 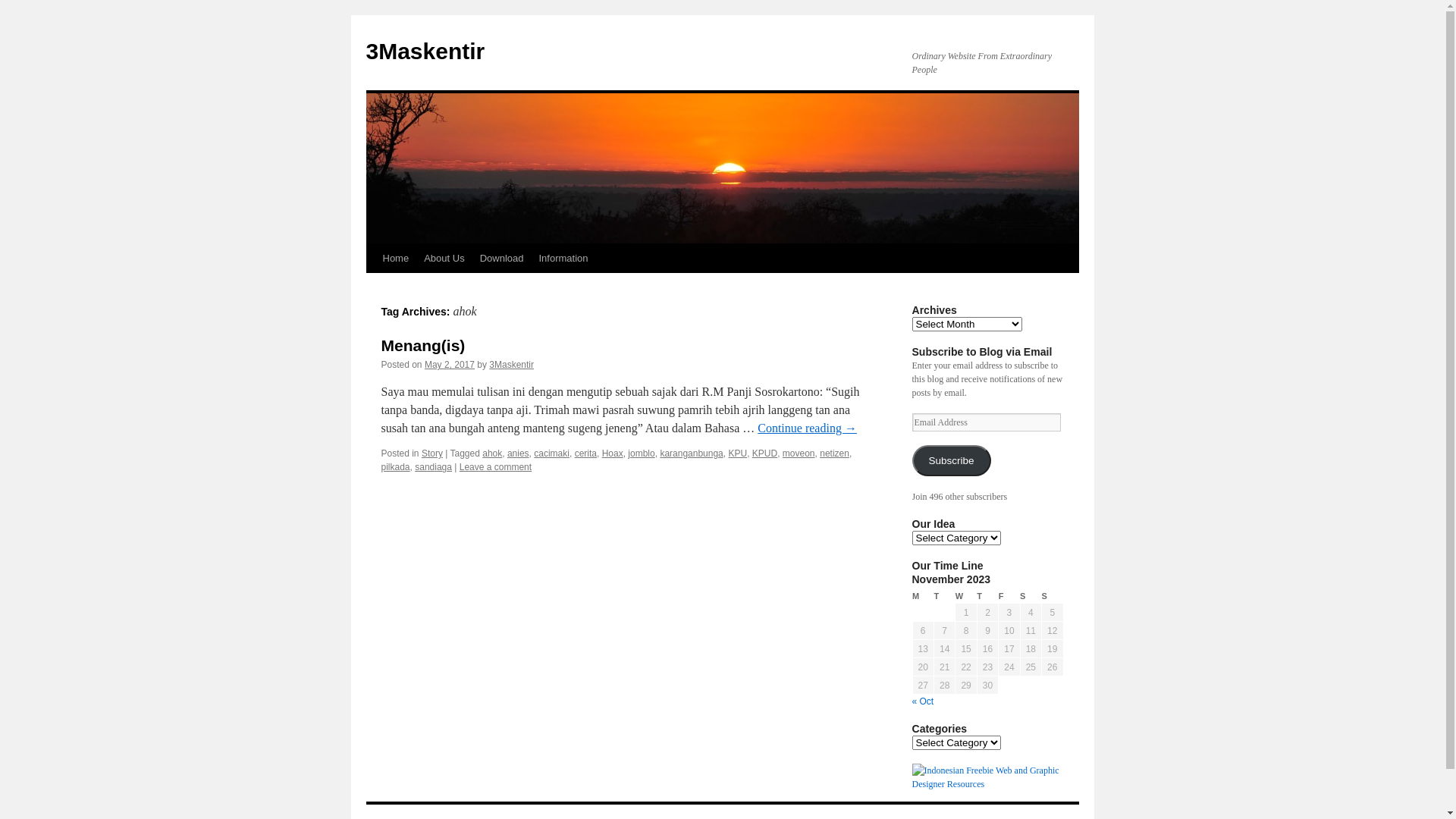 I want to click on 'cerita', so click(x=585, y=452).